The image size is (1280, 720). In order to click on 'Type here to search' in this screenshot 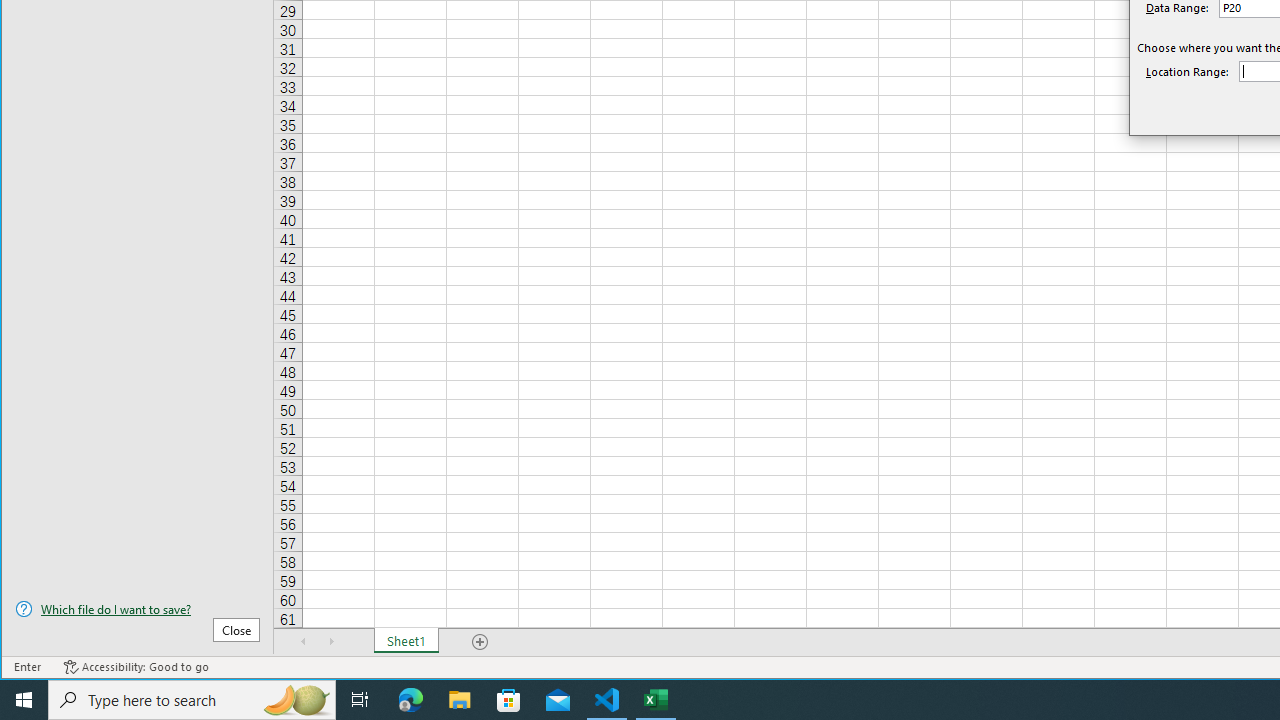, I will do `click(192, 698)`.